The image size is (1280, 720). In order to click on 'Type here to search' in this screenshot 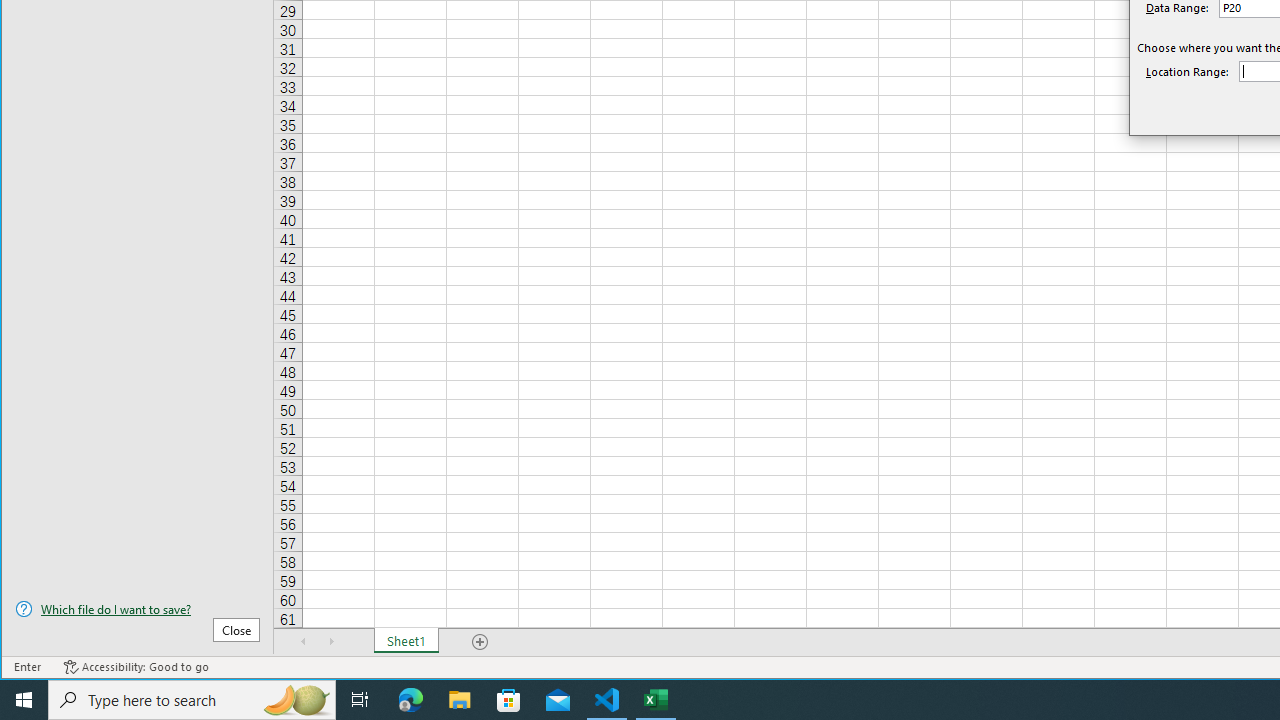, I will do `click(192, 698)`.